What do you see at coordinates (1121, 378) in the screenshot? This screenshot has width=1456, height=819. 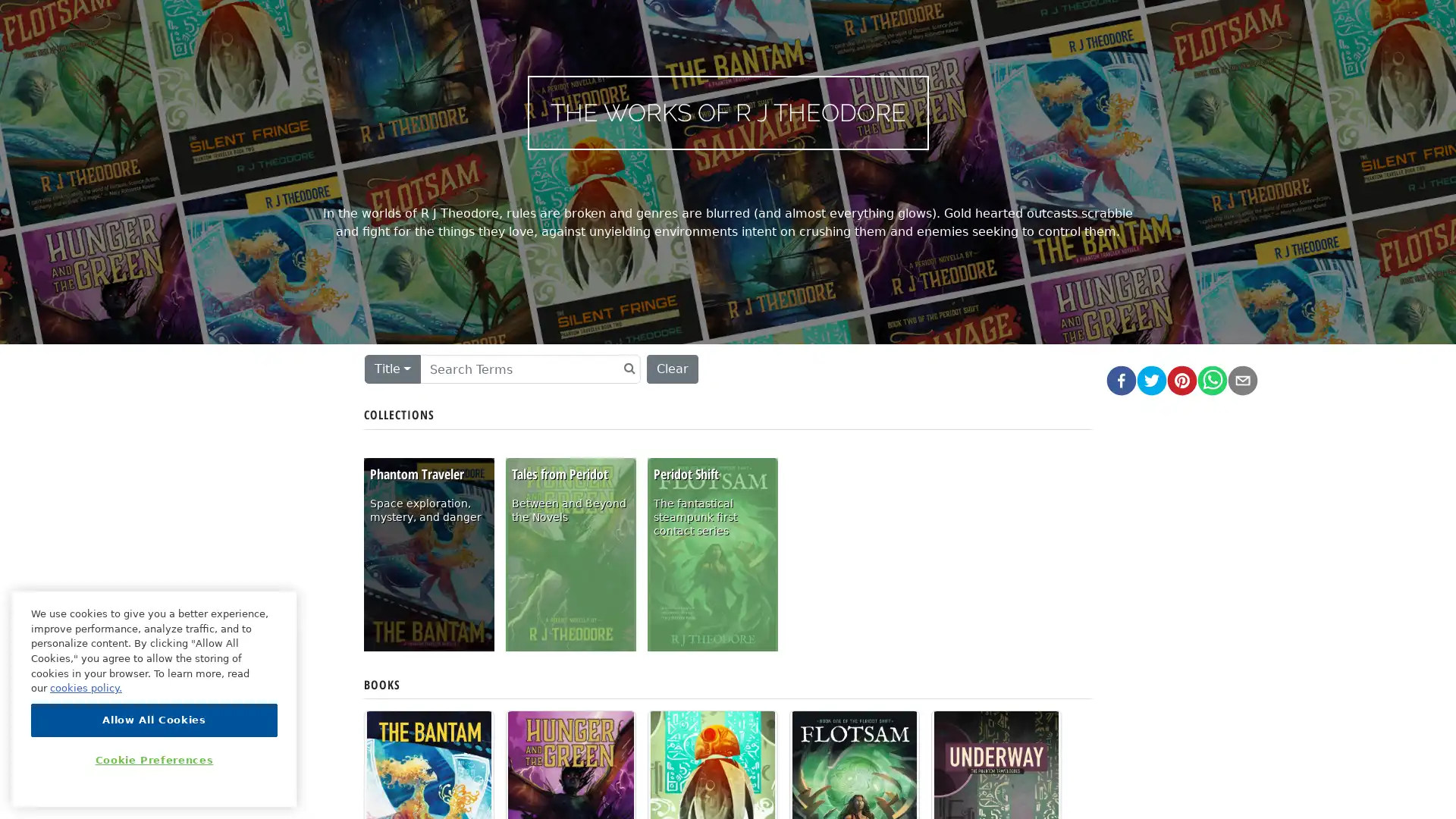 I see `facebook` at bounding box center [1121, 378].